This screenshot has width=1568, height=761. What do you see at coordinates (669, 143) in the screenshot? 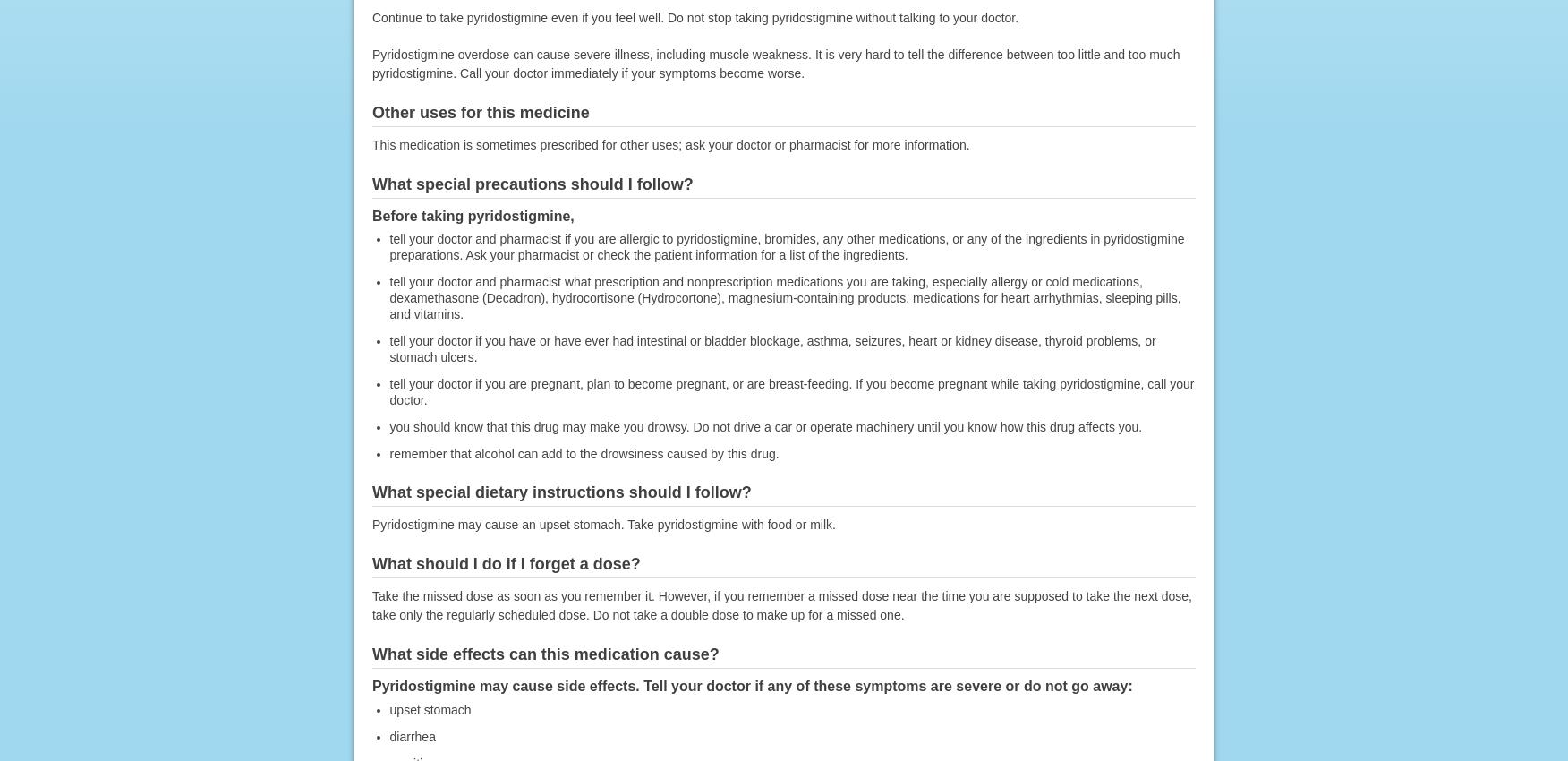
I see `'This medication is sometimes prescribed for other uses; ask your doctor or pharmacist for more information.'` at bounding box center [669, 143].